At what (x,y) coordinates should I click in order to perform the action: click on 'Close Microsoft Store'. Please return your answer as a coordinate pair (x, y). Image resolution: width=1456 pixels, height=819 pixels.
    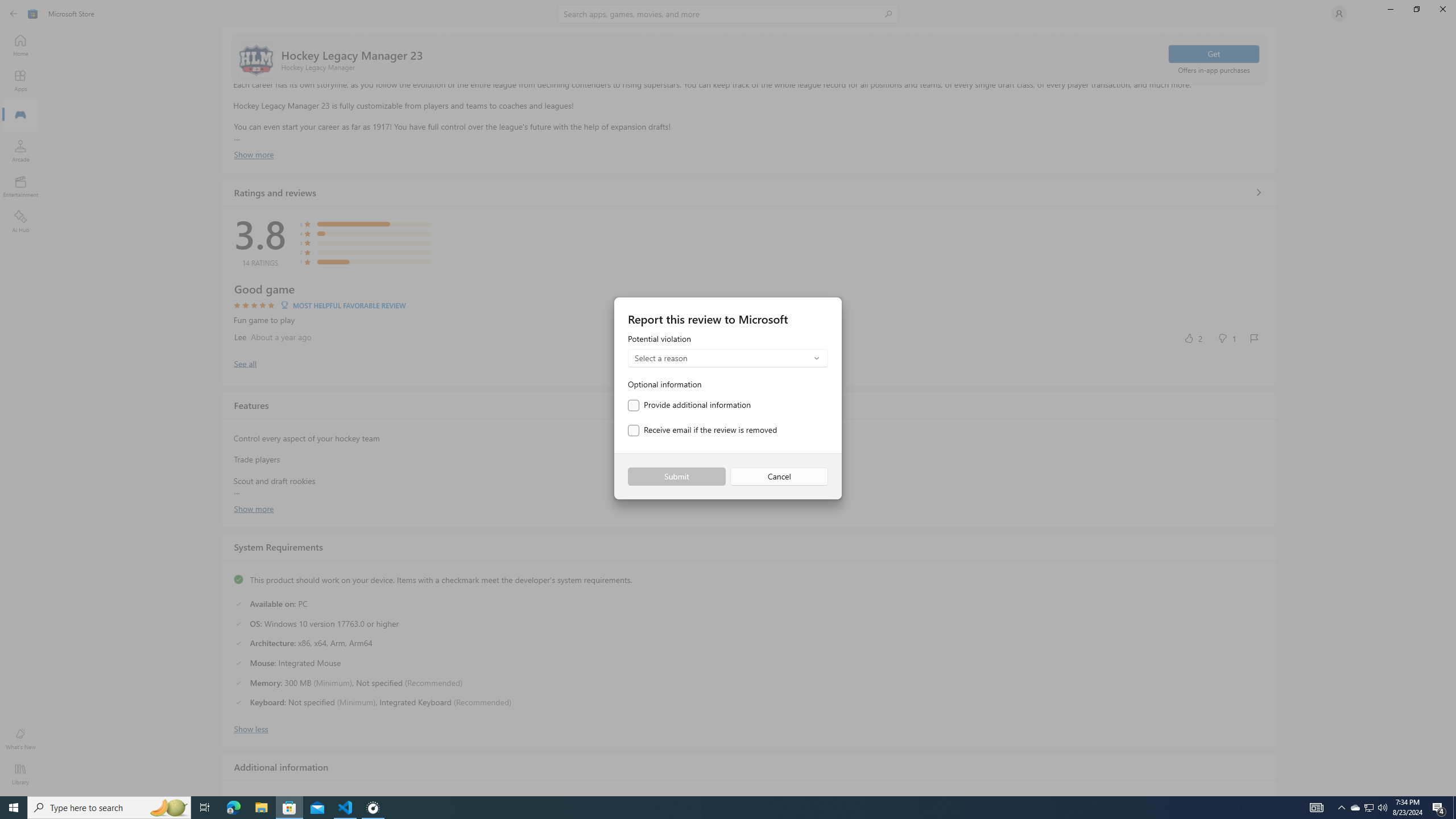
    Looking at the image, I should click on (1442, 9).